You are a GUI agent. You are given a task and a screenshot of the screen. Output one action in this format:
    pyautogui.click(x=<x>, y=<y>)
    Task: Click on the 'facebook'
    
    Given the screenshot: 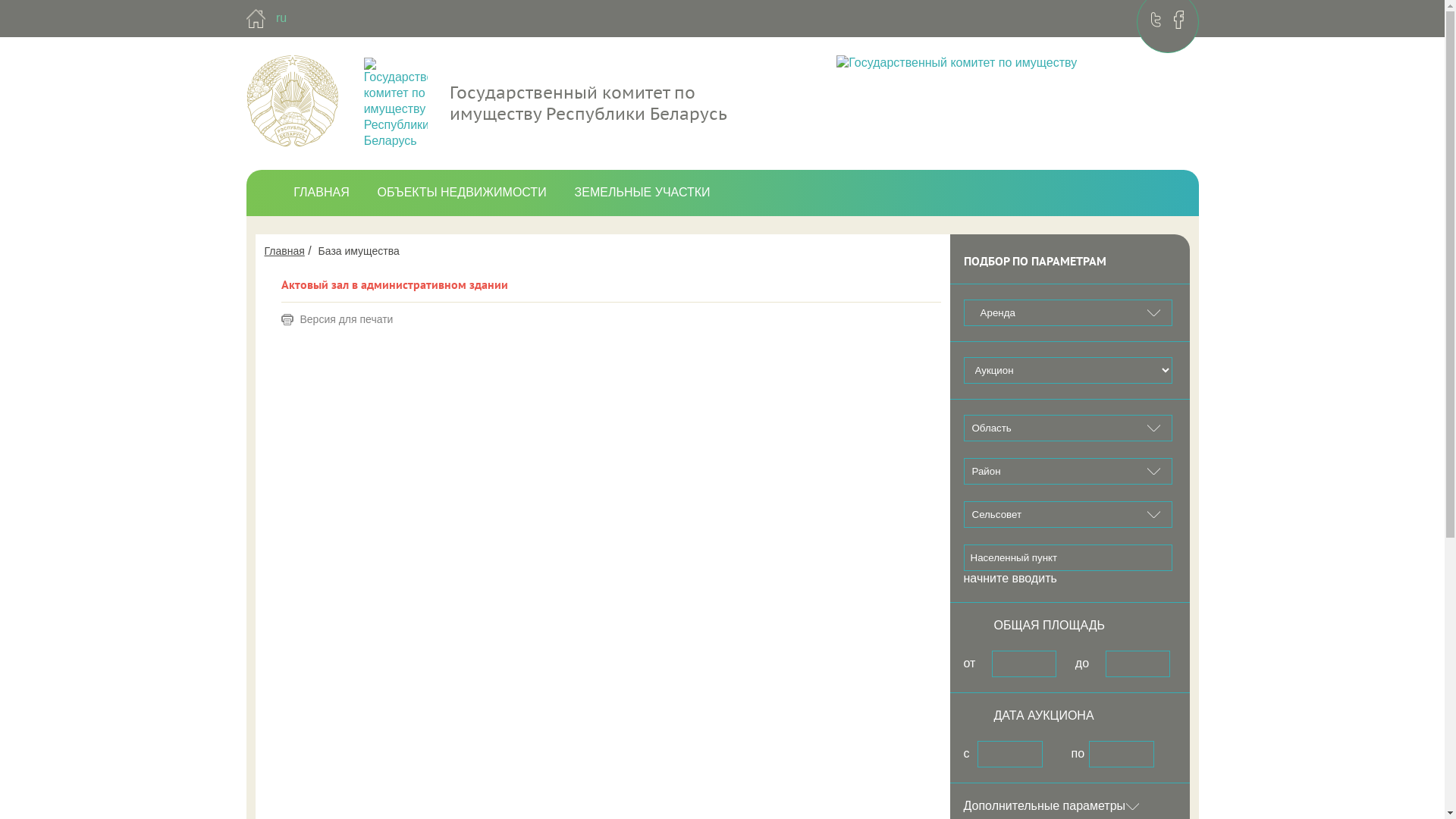 What is the action you would take?
    pyautogui.click(x=1178, y=20)
    